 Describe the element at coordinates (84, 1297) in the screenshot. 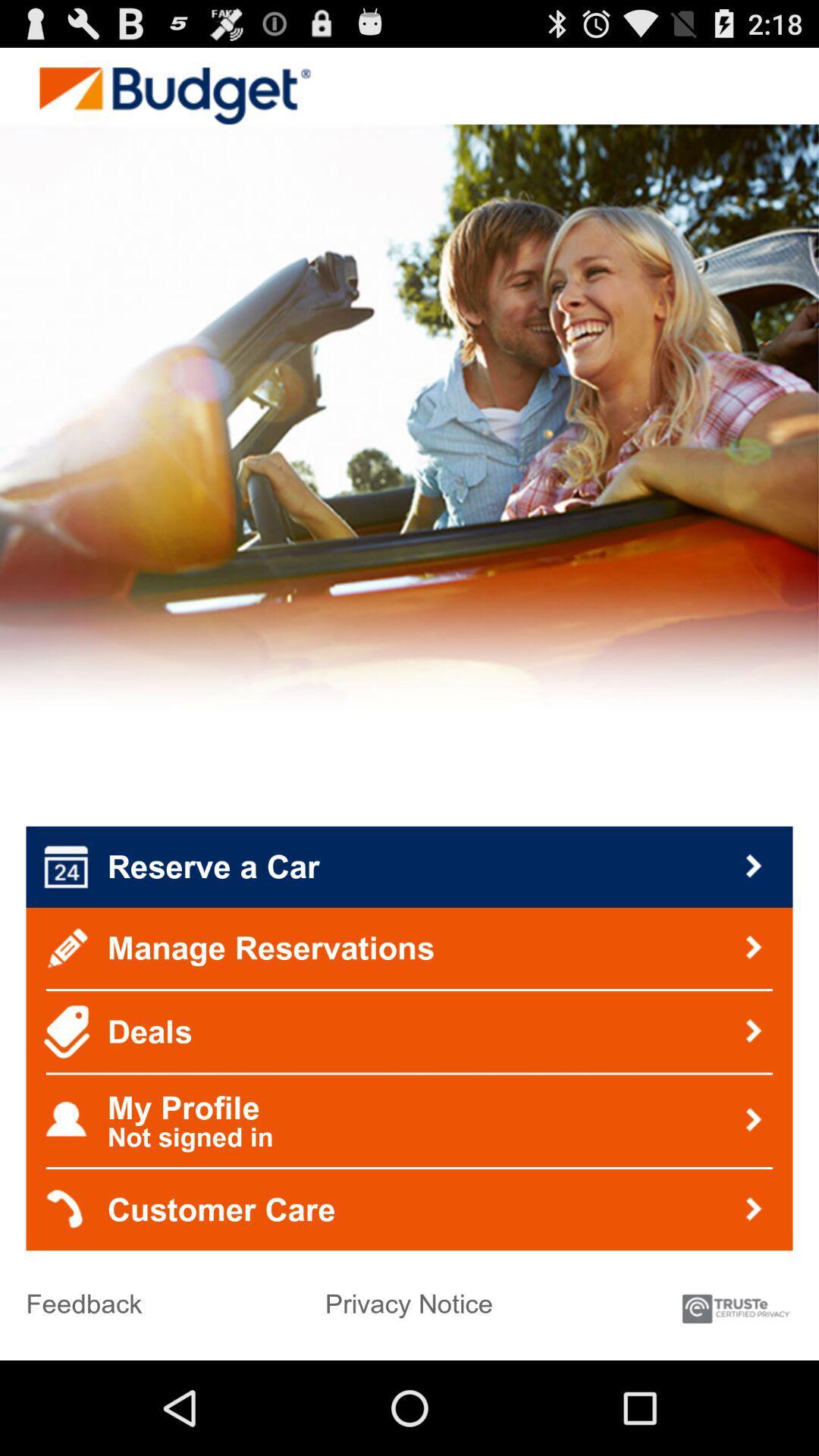

I see `feedback` at that location.